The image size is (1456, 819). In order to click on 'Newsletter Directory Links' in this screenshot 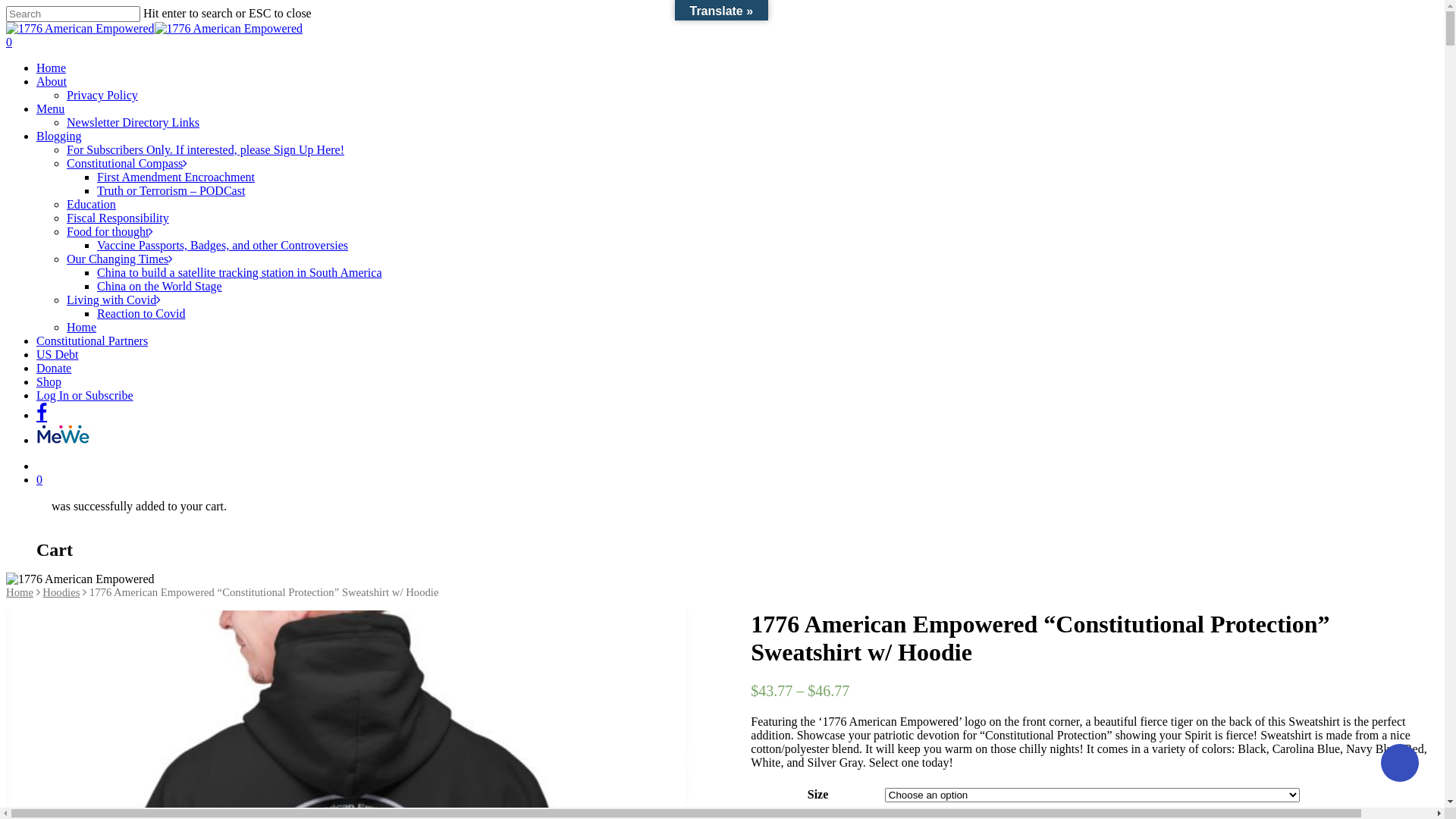, I will do `click(65, 121)`.